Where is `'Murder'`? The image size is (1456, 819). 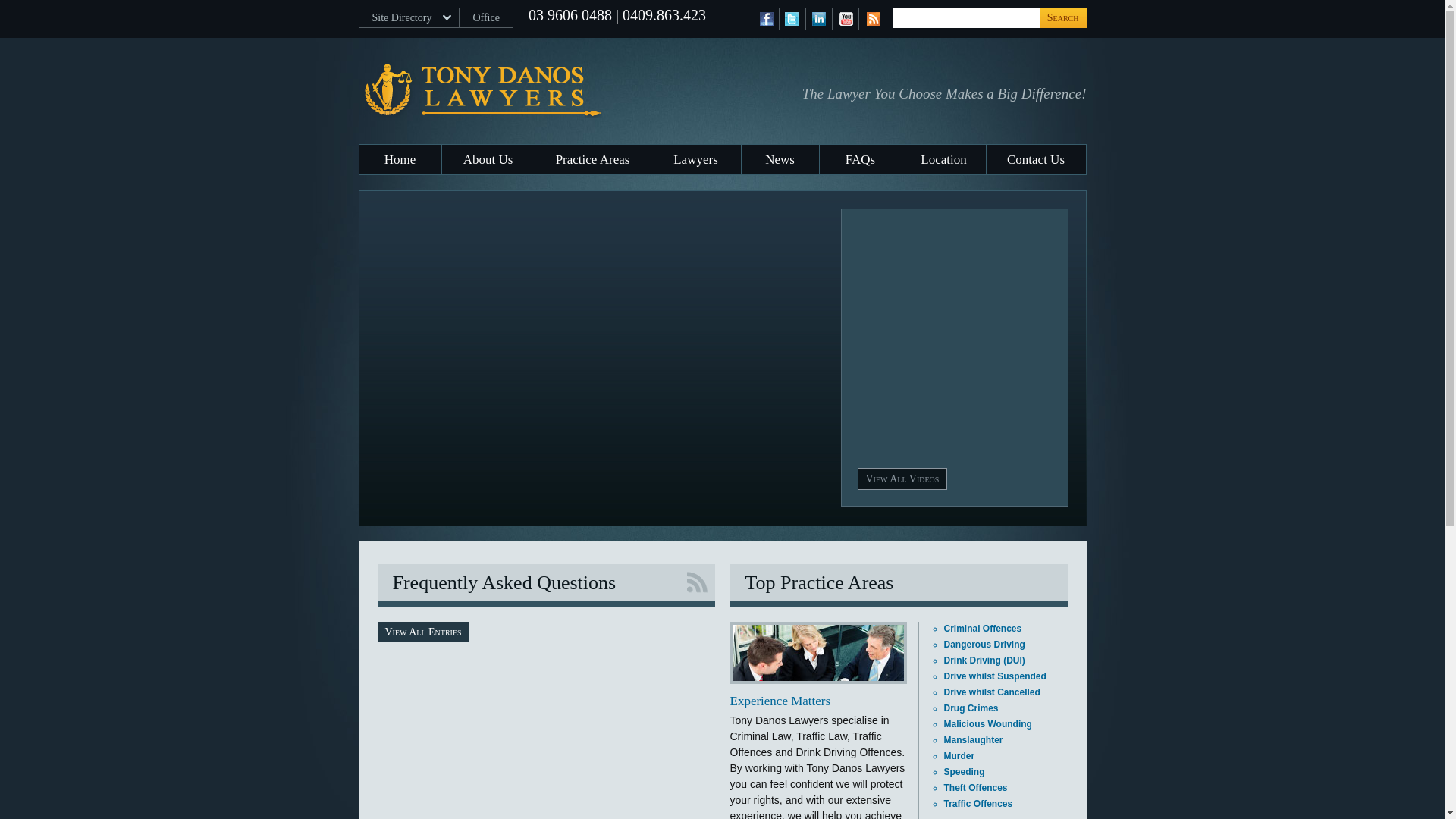 'Murder' is located at coordinates (958, 755).